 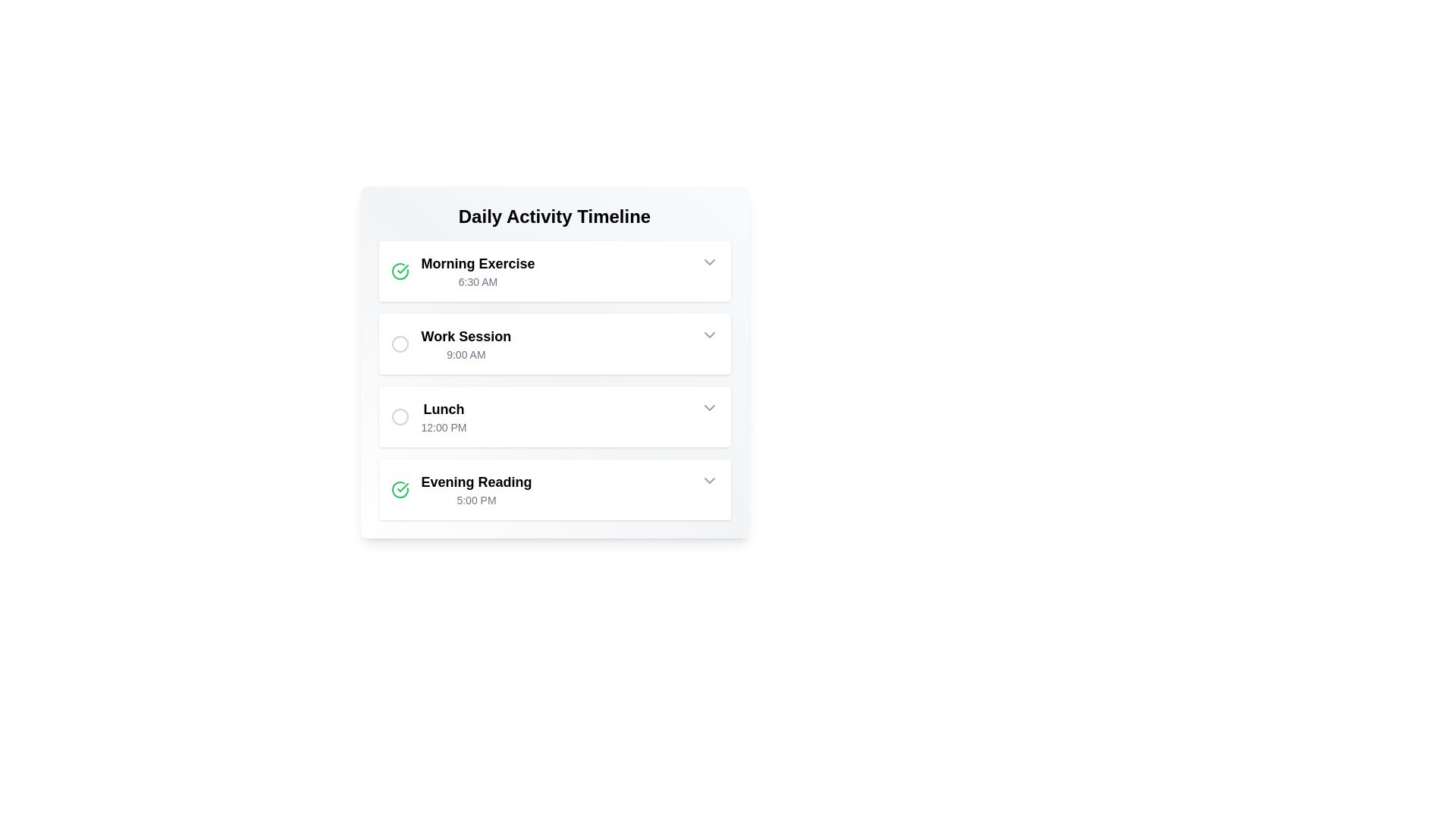 I want to click on the label or title element that provides the main descriptor for the associated timeline entry located in the second section of the timeline list under 'Work Session 9:00 AM', so click(x=465, y=335).